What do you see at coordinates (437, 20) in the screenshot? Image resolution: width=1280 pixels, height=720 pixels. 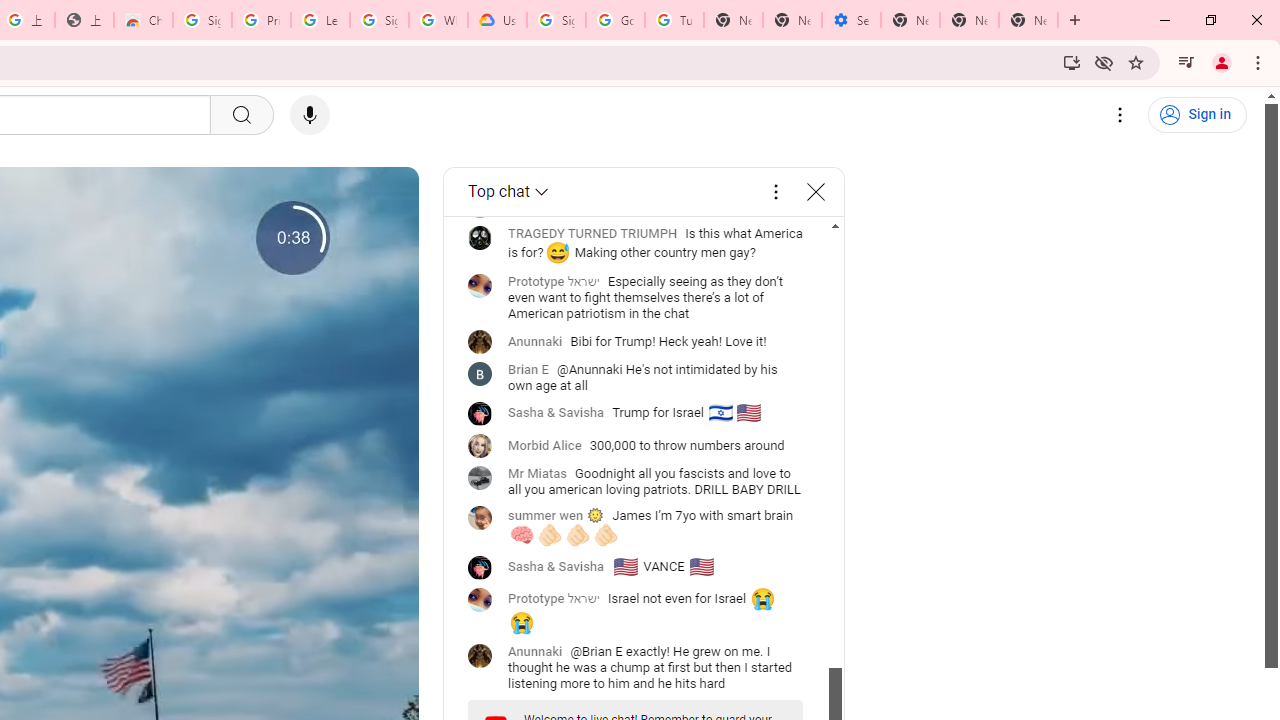 I see `'Who are Google'` at bounding box center [437, 20].